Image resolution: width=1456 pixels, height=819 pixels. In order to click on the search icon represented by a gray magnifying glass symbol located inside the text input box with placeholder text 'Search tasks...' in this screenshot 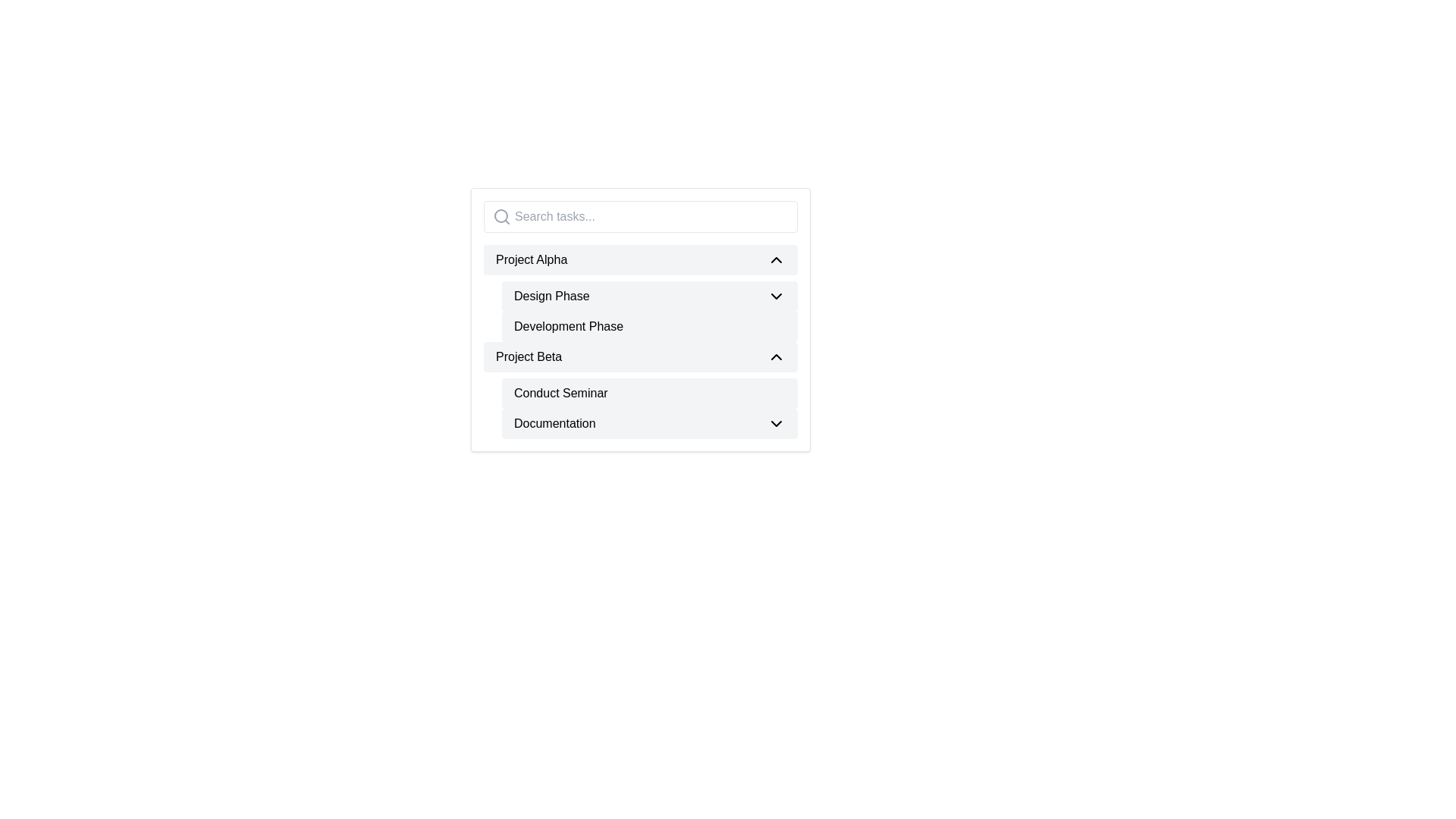, I will do `click(502, 216)`.